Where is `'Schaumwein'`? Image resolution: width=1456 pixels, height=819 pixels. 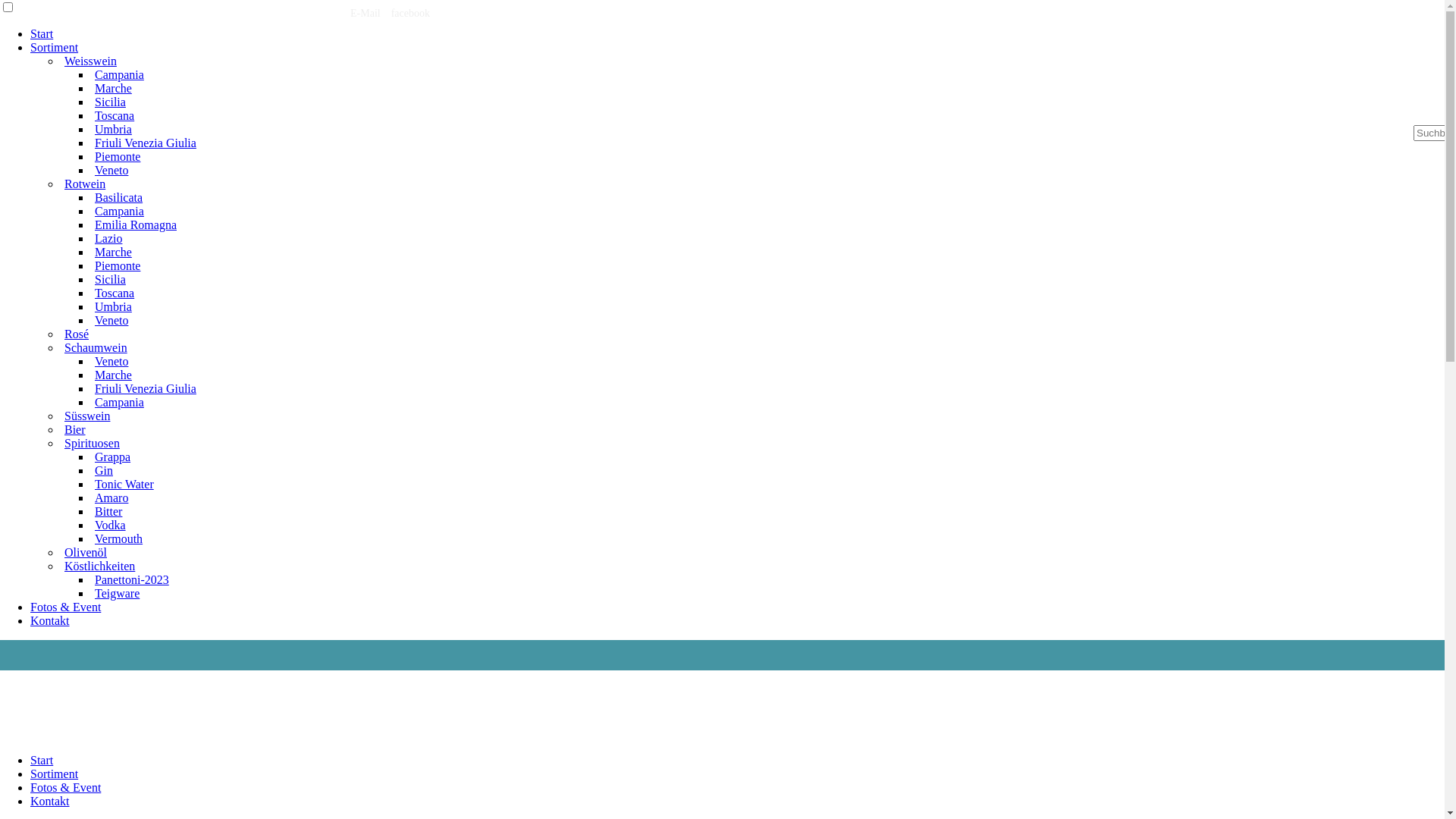 'Schaumwein' is located at coordinates (95, 347).